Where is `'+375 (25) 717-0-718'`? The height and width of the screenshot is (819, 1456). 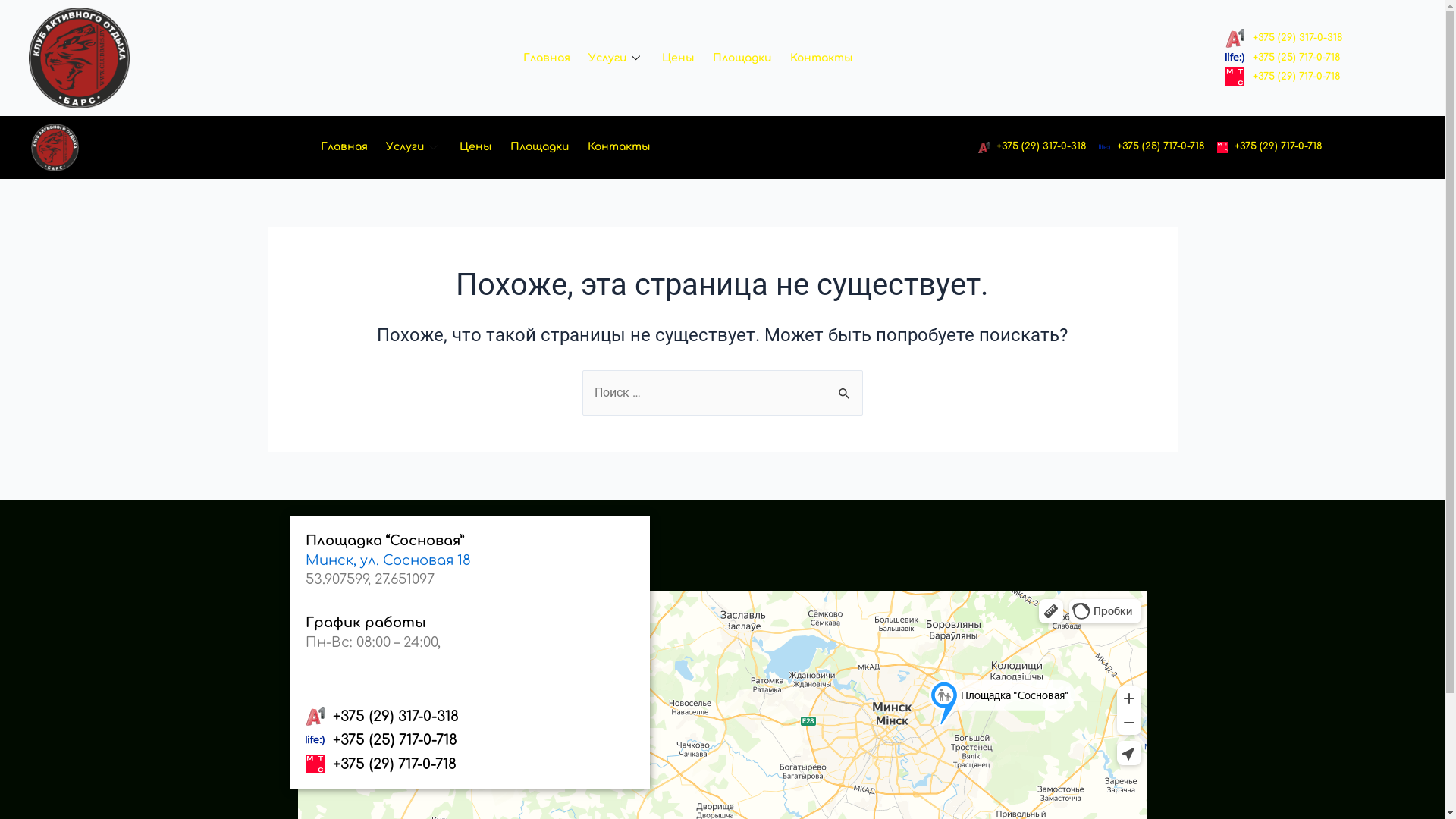
'+375 (25) 717-0-718' is located at coordinates (1099, 146).